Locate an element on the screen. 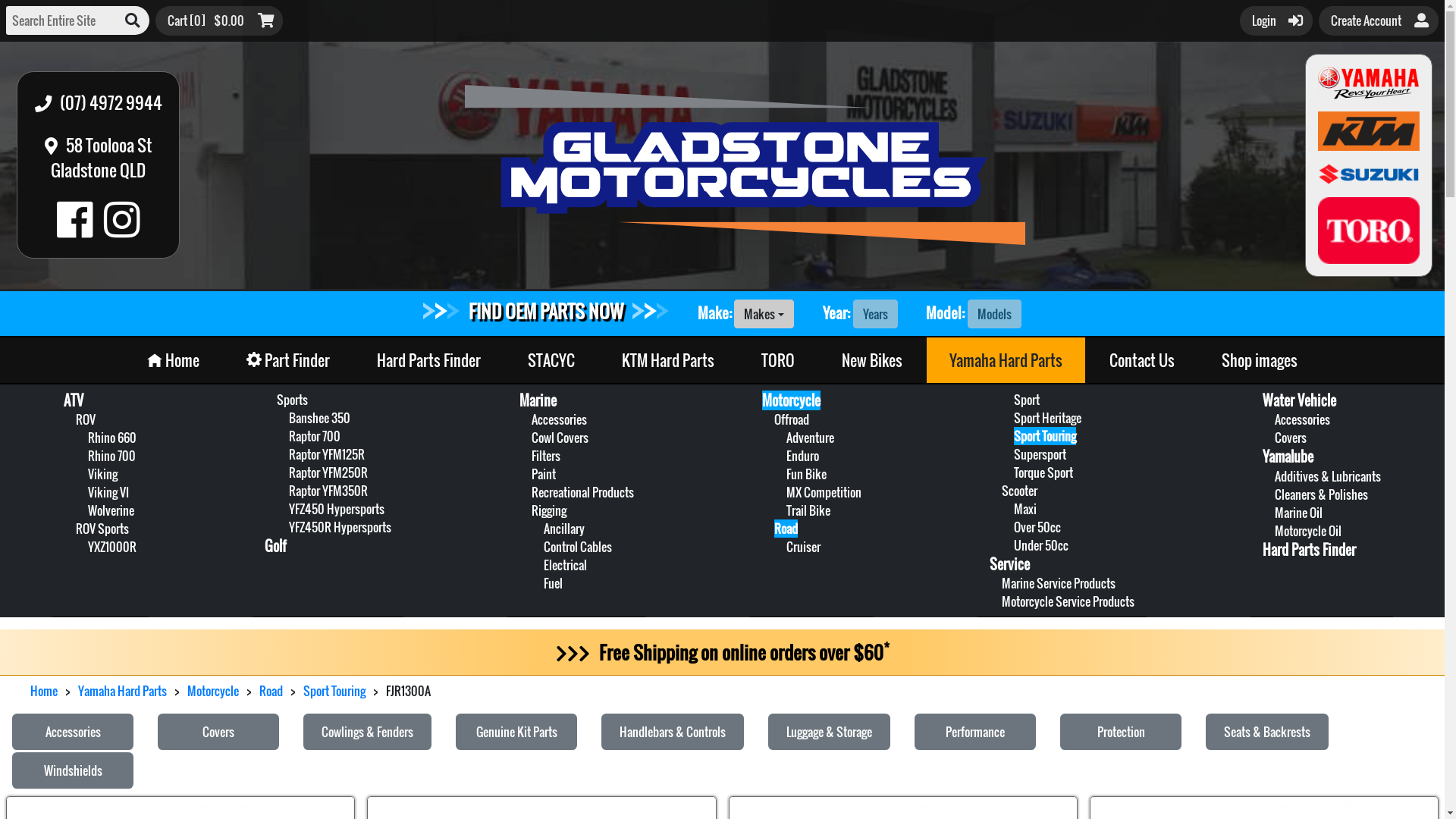 The image size is (1456, 819). 'Shop images' is located at coordinates (1197, 359).